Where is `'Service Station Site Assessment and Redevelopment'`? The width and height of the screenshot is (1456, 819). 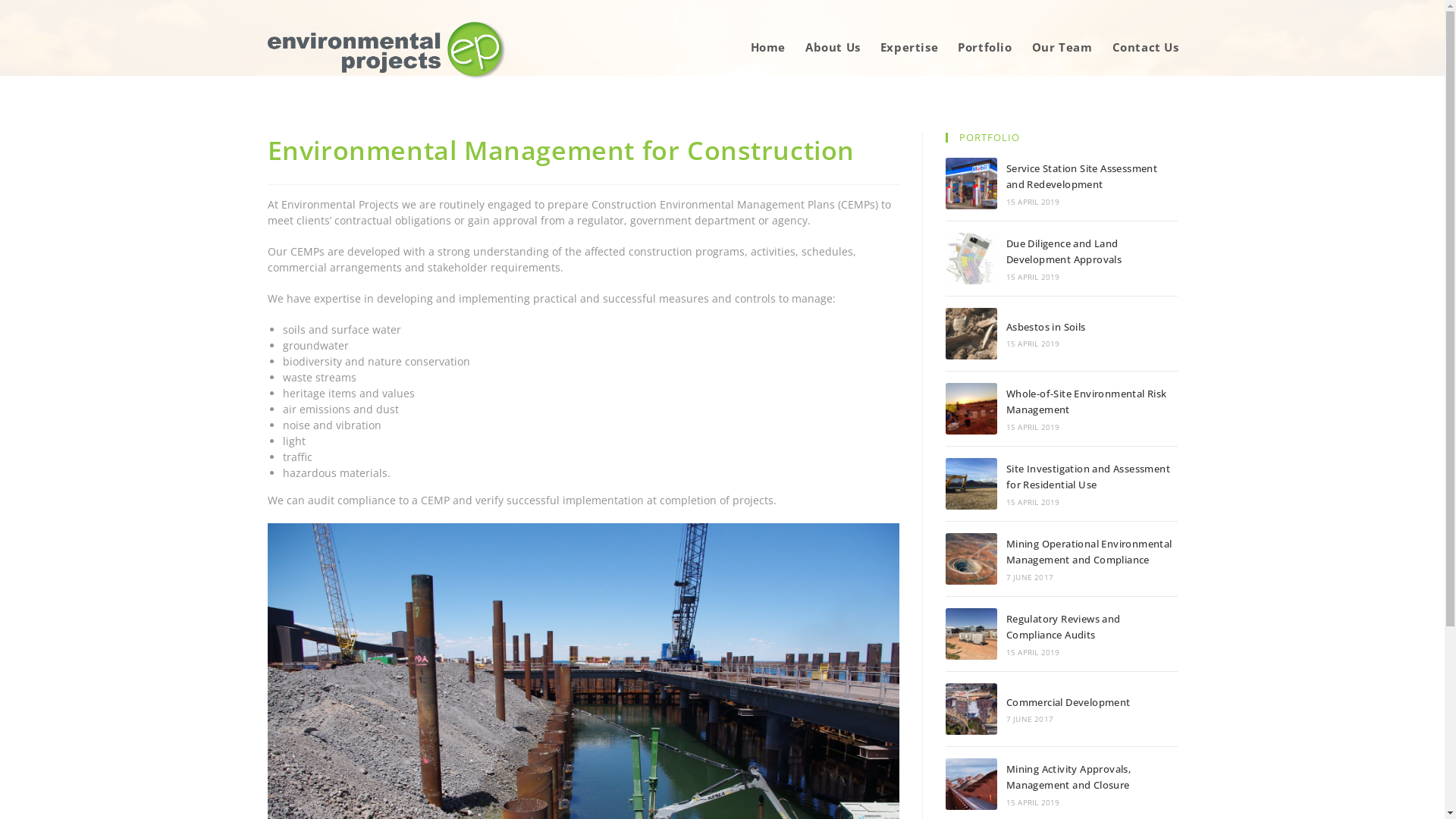
'Service Station Site Assessment and Redevelopment' is located at coordinates (1081, 175).